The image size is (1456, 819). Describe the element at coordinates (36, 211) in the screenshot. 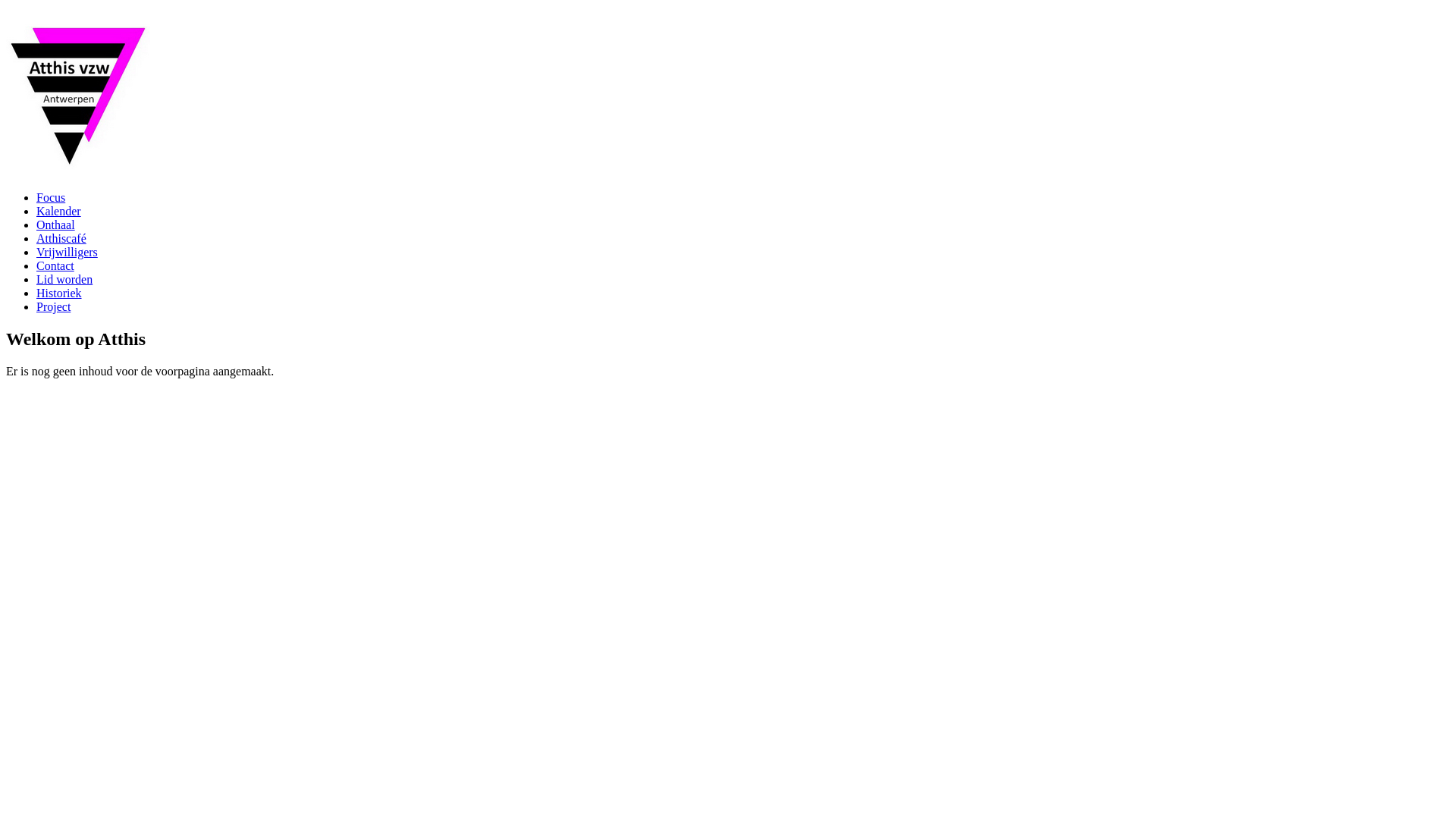

I see `'Kalender'` at that location.